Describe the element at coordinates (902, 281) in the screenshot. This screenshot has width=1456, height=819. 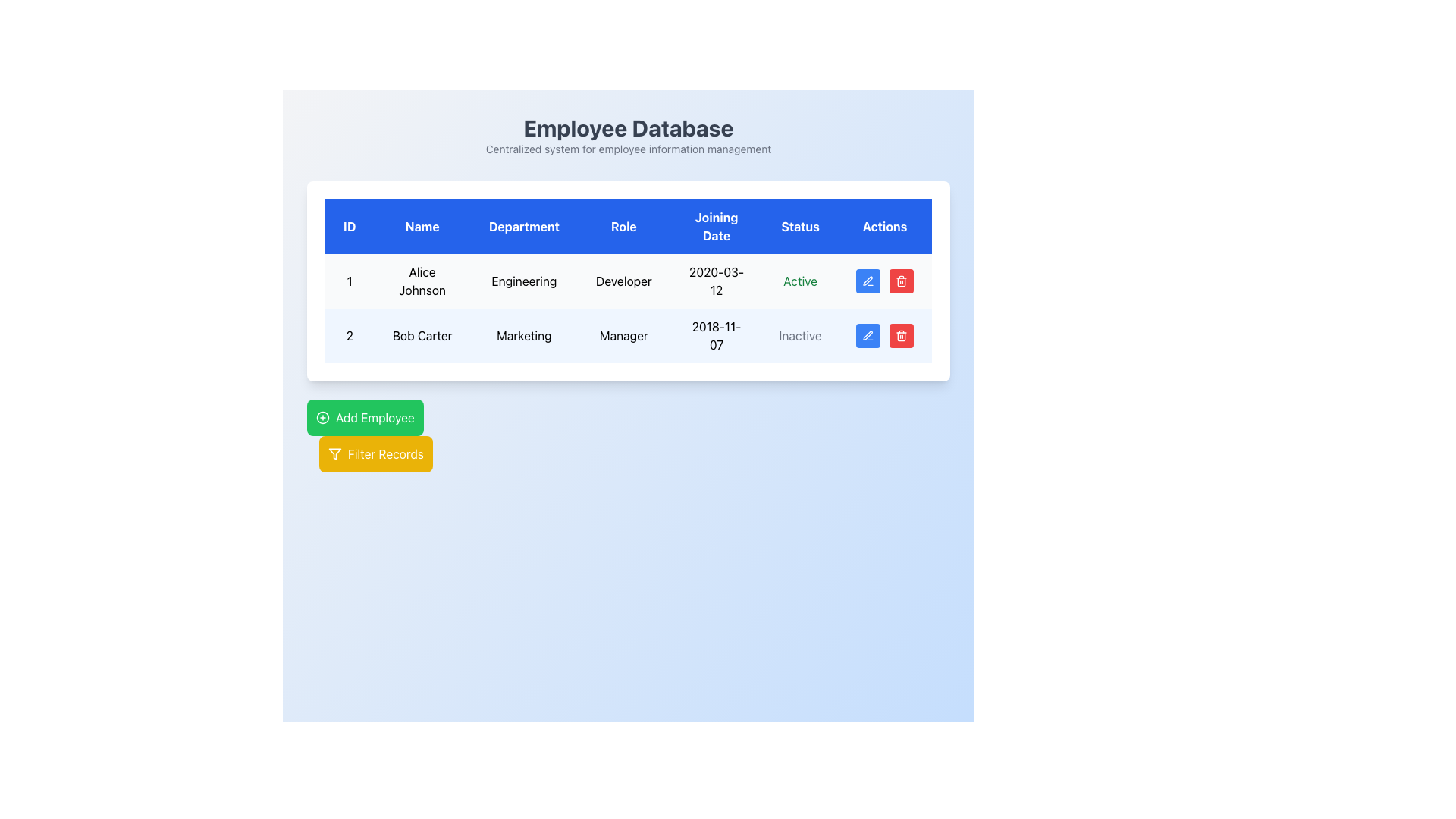
I see `the delete button located in the bottom-right corner of the table, which is the second button in the 'Actions' column adjacent to the blue edit button for employee 'Bob Carter'` at that location.